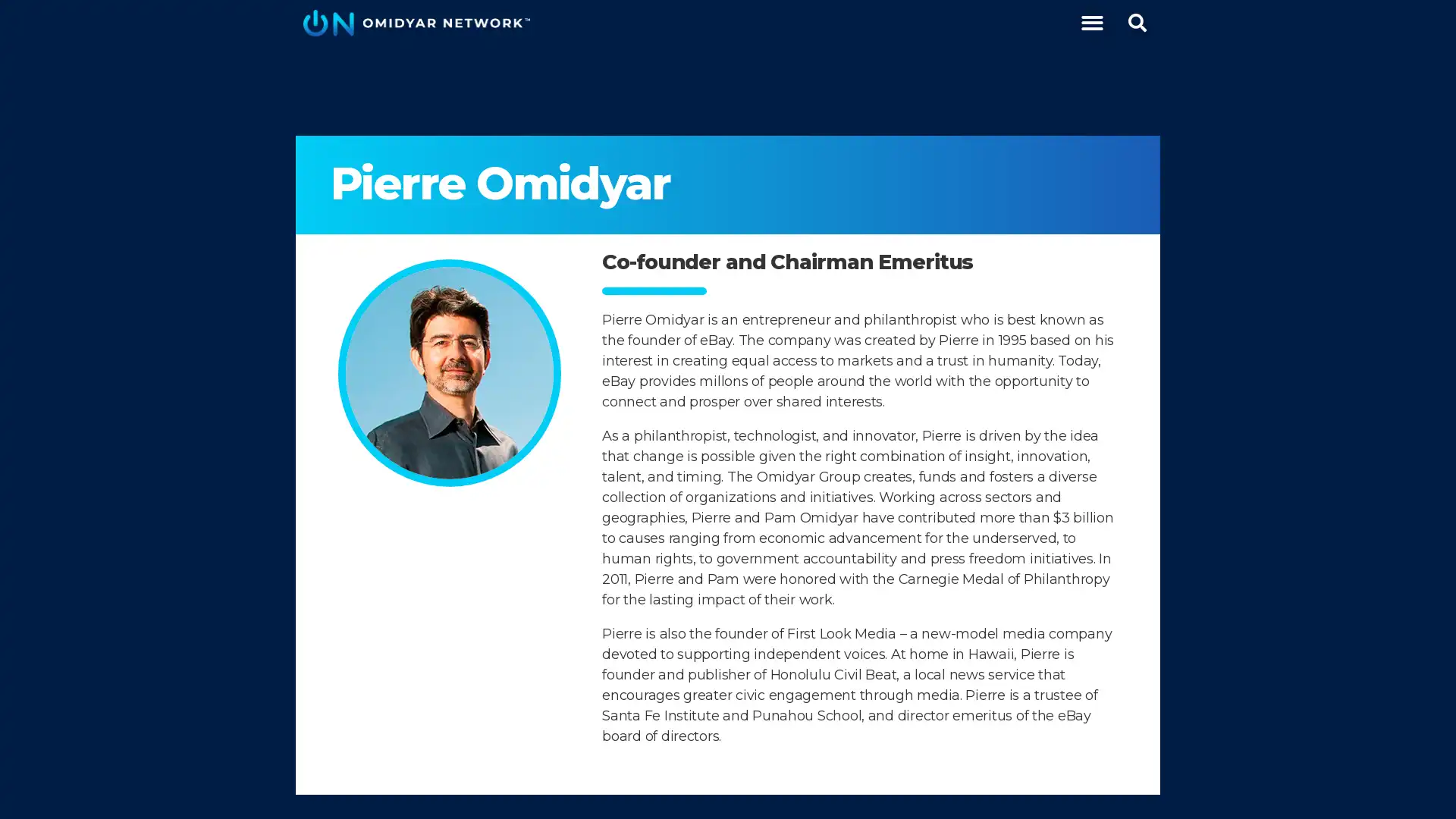 The width and height of the screenshot is (1456, 819). What do you see at coordinates (1090, 23) in the screenshot?
I see `Menu Toggle` at bounding box center [1090, 23].